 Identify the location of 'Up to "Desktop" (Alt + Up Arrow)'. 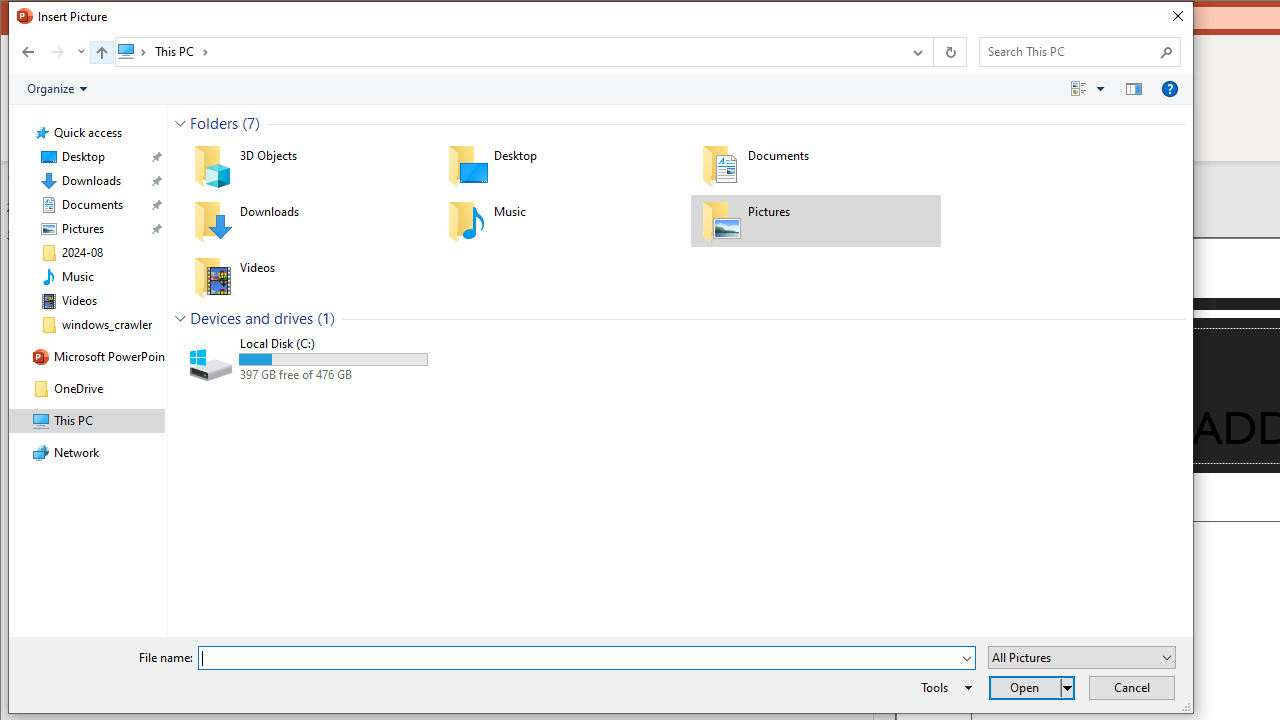
(100, 51).